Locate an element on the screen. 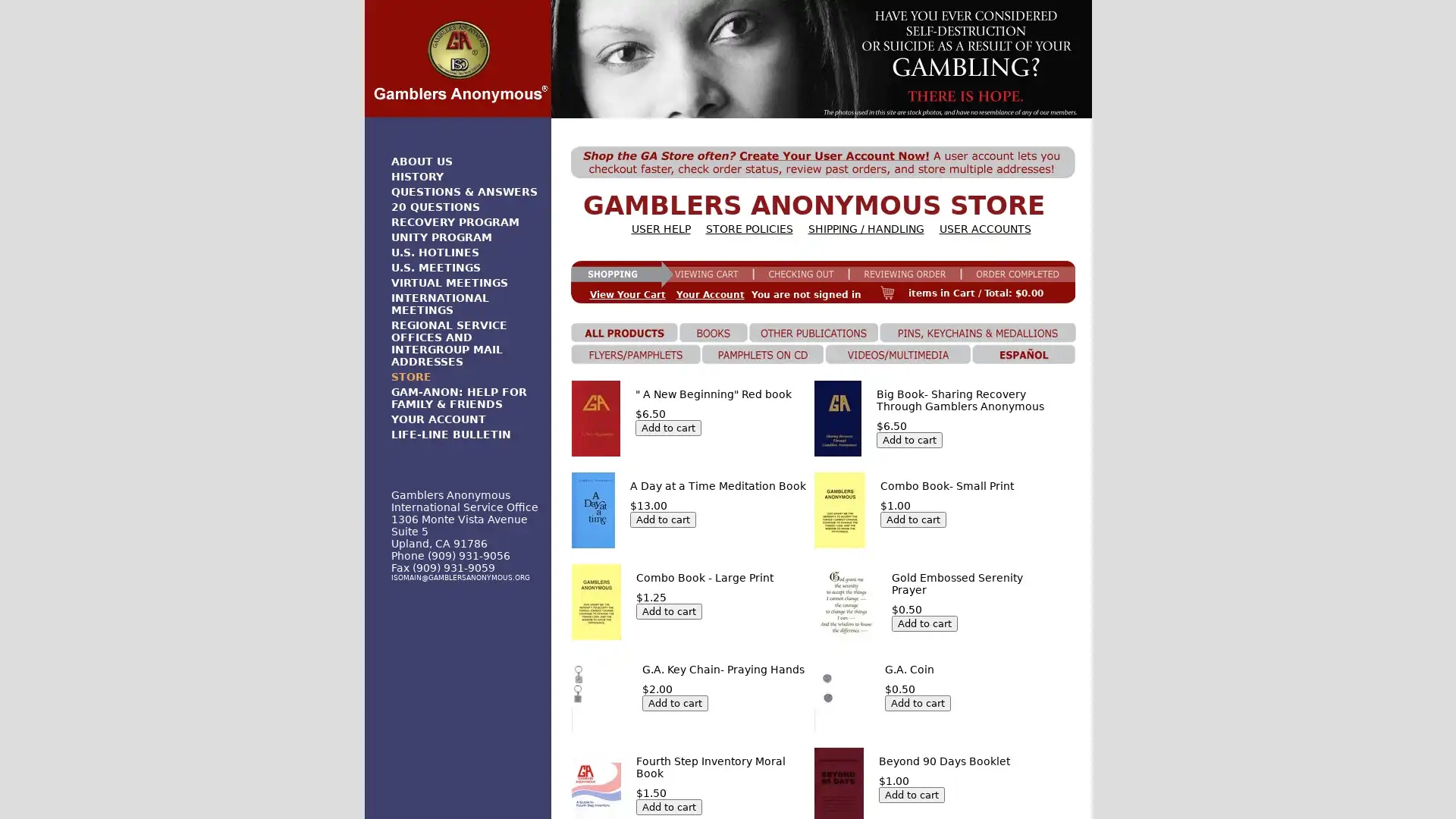  Add to cart is located at coordinates (924, 623).